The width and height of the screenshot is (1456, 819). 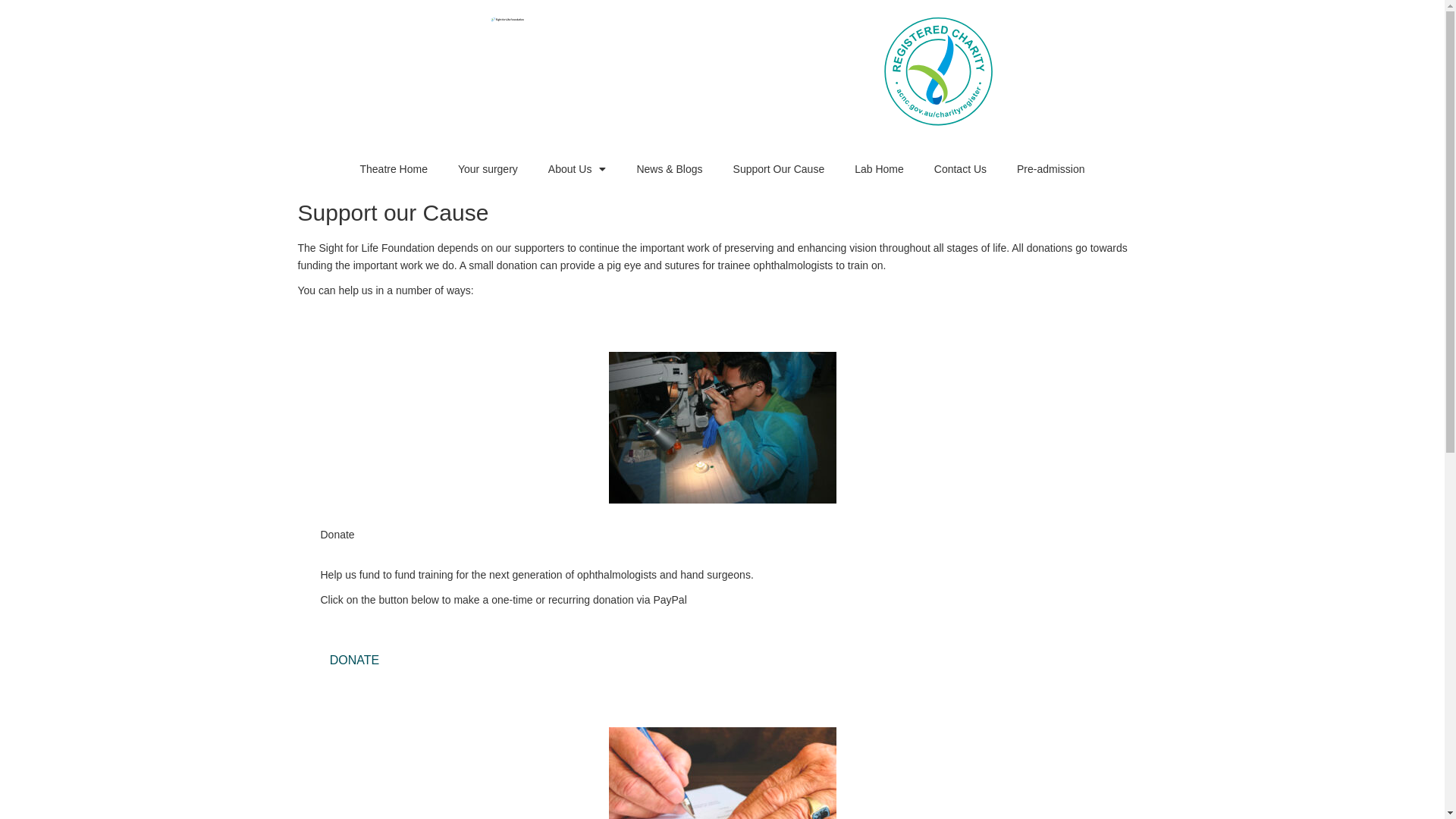 I want to click on 'Pre-admission', so click(x=1001, y=169).